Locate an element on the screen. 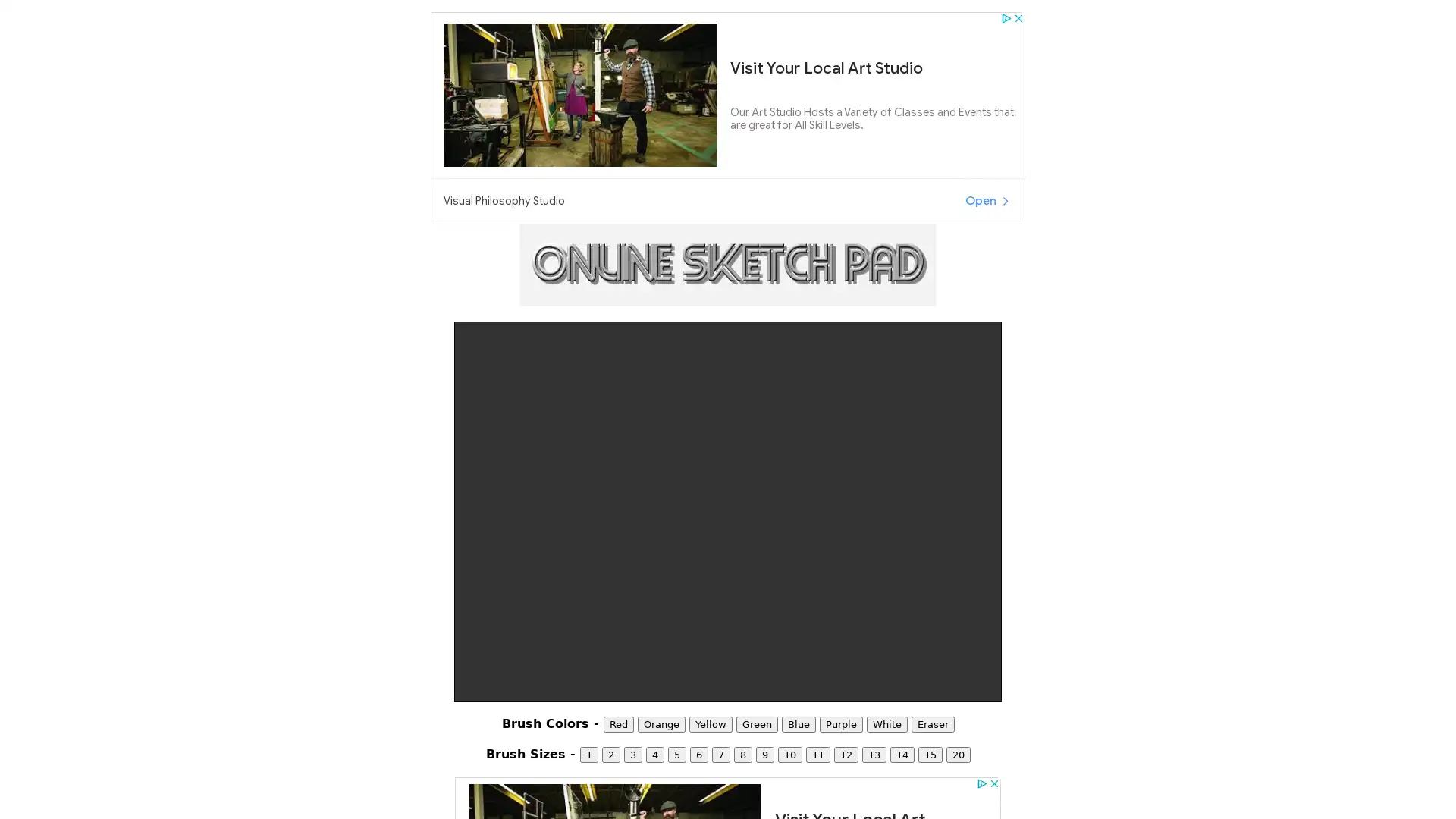 The width and height of the screenshot is (1456, 819). Blue is located at coordinates (797, 723).